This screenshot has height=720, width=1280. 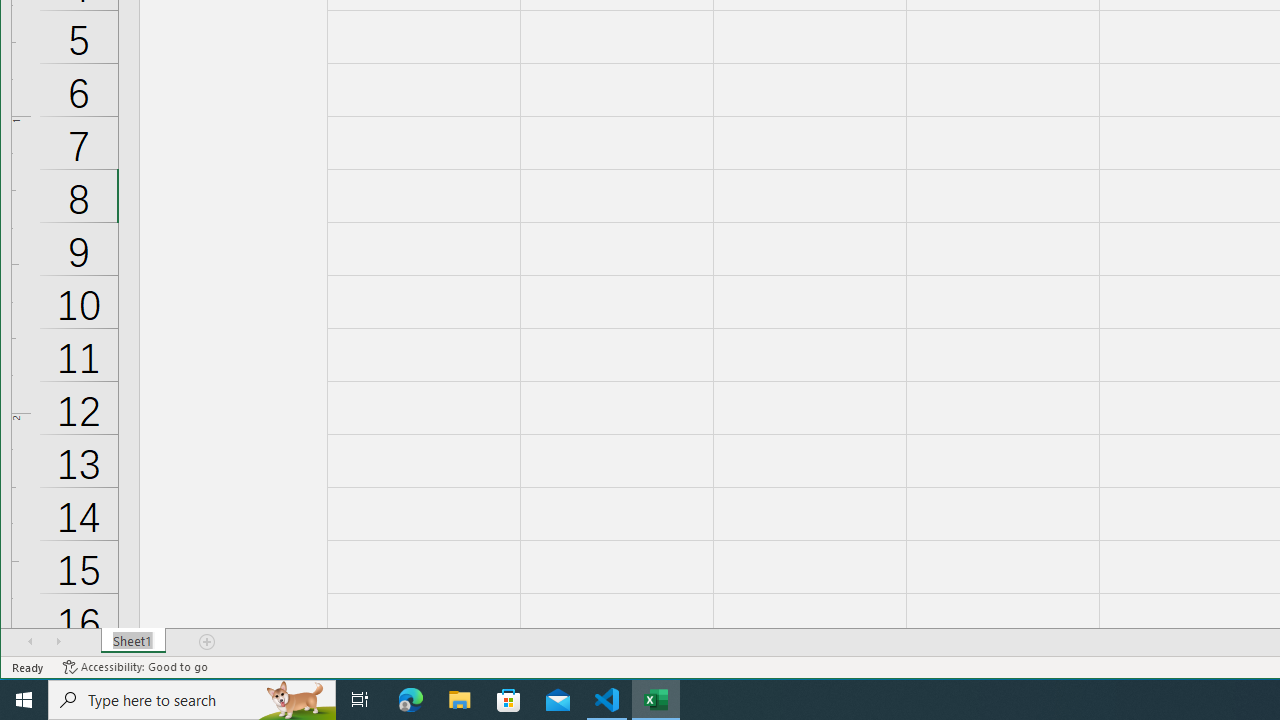 What do you see at coordinates (656, 698) in the screenshot?
I see `'Excel - 1 running window'` at bounding box center [656, 698].